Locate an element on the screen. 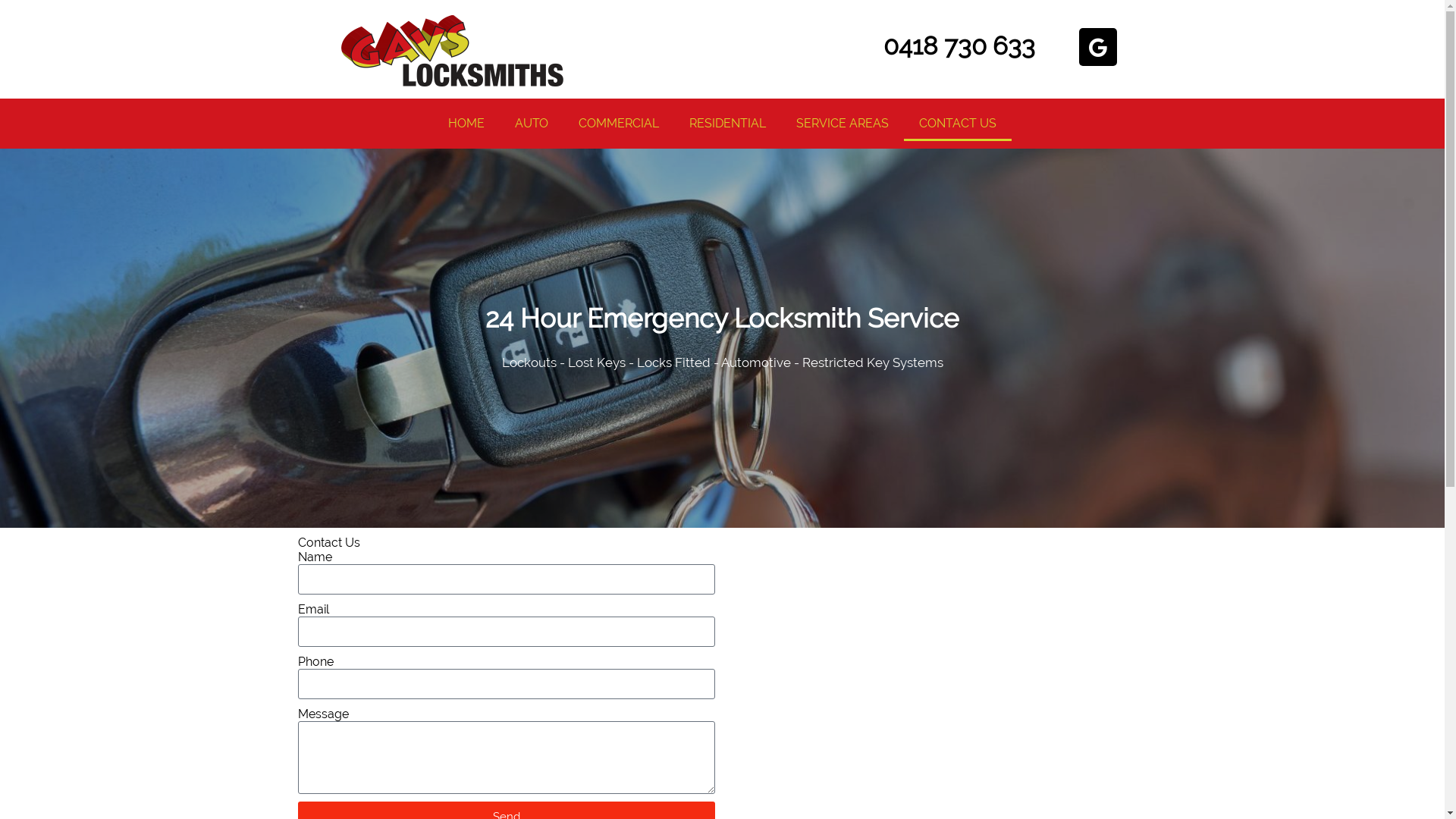 The image size is (1456, 819). 'SERVICE AREAS' is located at coordinates (841, 122).